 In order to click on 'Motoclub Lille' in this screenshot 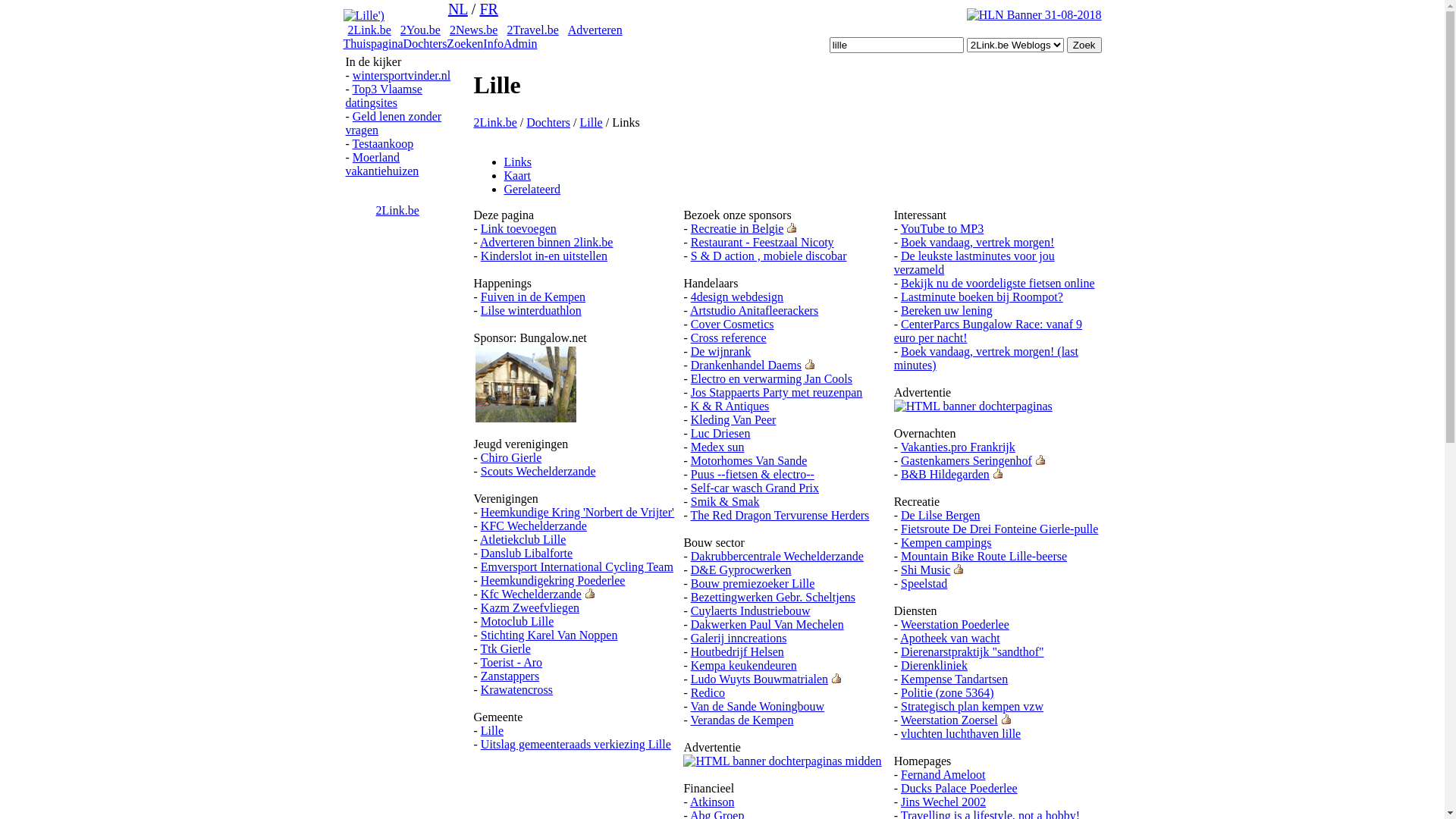, I will do `click(516, 621)`.